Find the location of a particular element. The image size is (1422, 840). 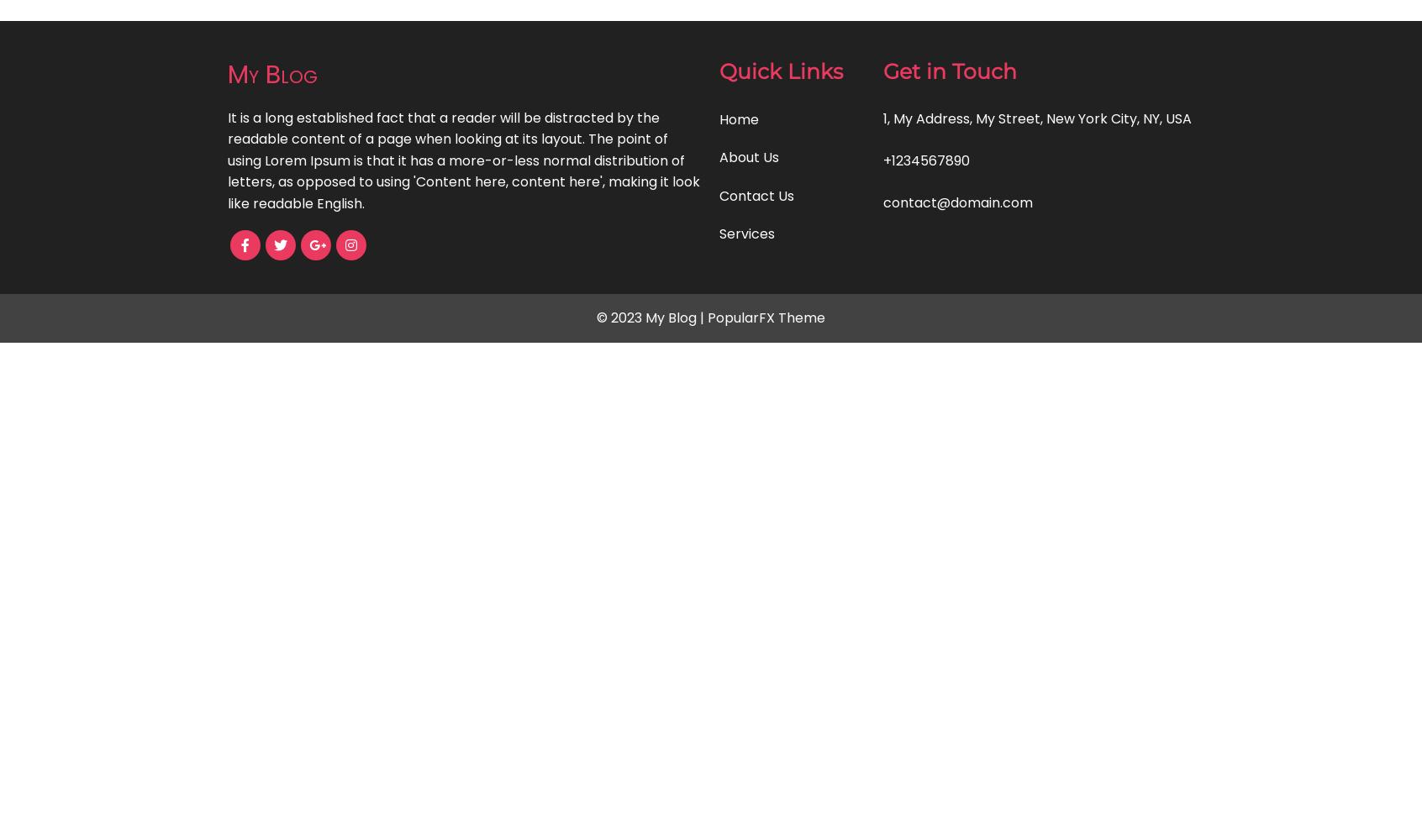

'PopularFX Theme' is located at coordinates (765, 318).